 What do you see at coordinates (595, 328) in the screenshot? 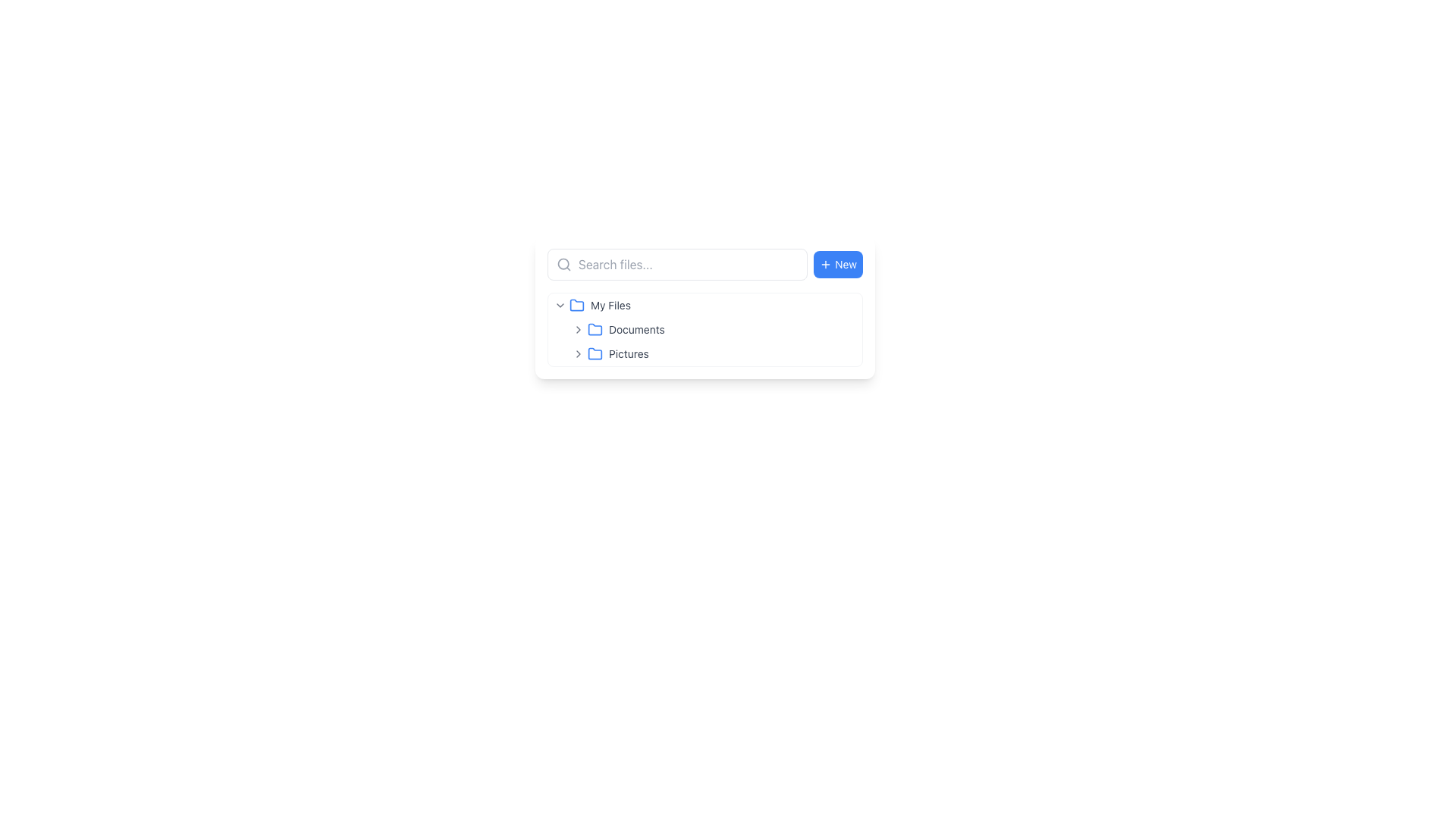
I see `the folder icon representing 'My Files' in the file hierarchy panel, which is the primary graphical representation of the folder located before the text label` at bounding box center [595, 328].